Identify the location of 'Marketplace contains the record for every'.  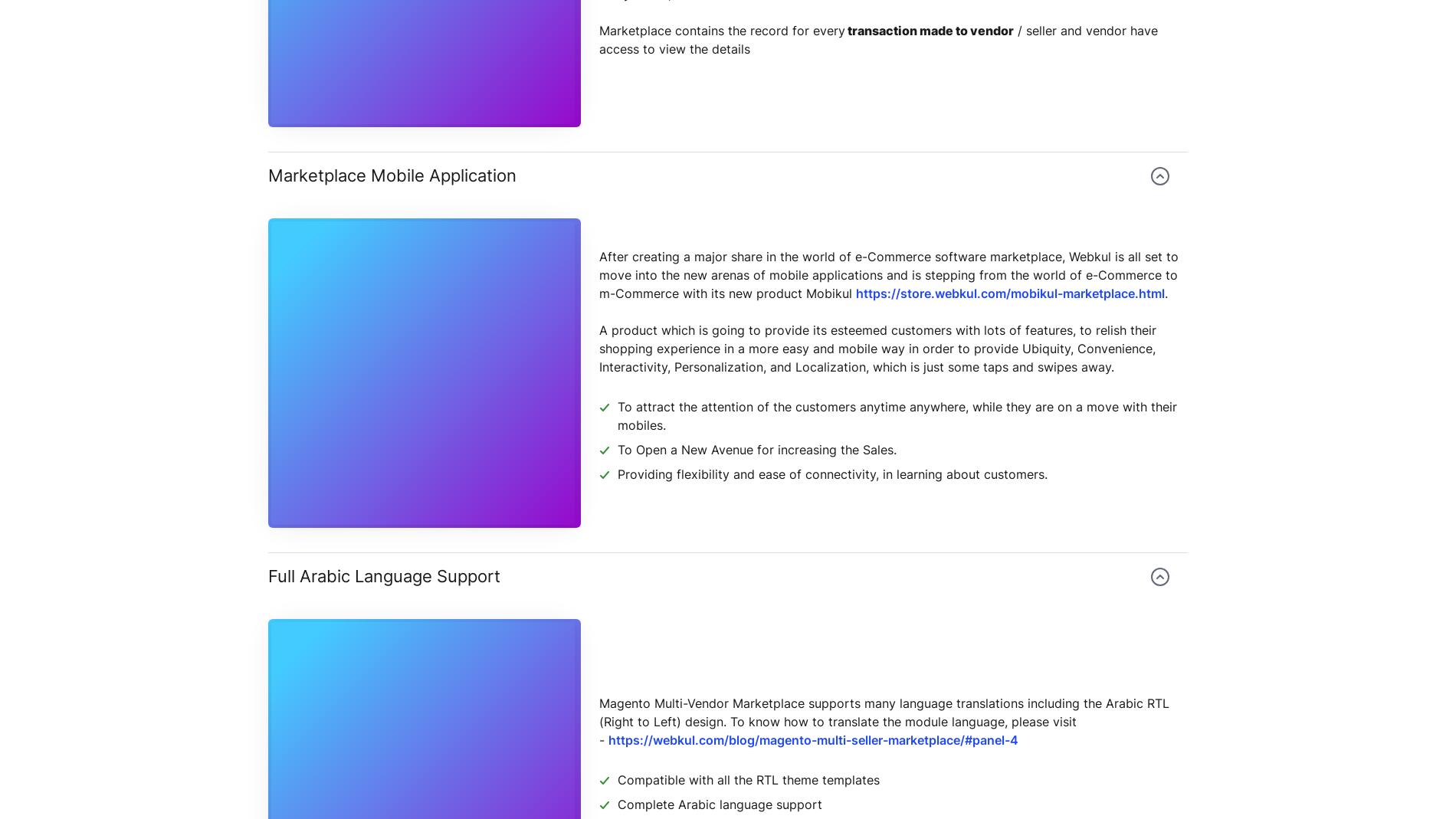
(721, 29).